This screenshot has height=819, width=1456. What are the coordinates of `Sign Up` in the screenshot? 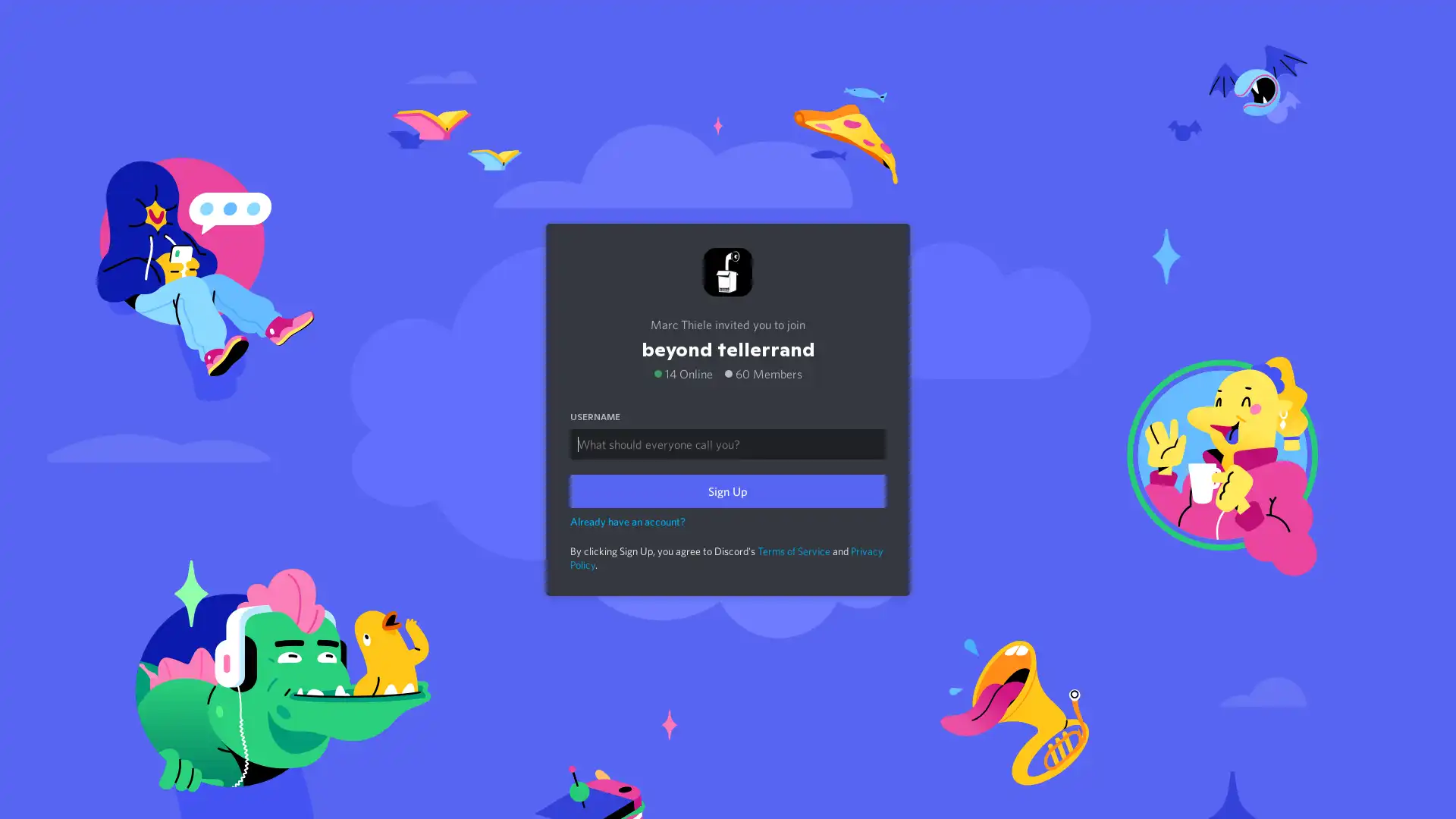 It's located at (728, 491).